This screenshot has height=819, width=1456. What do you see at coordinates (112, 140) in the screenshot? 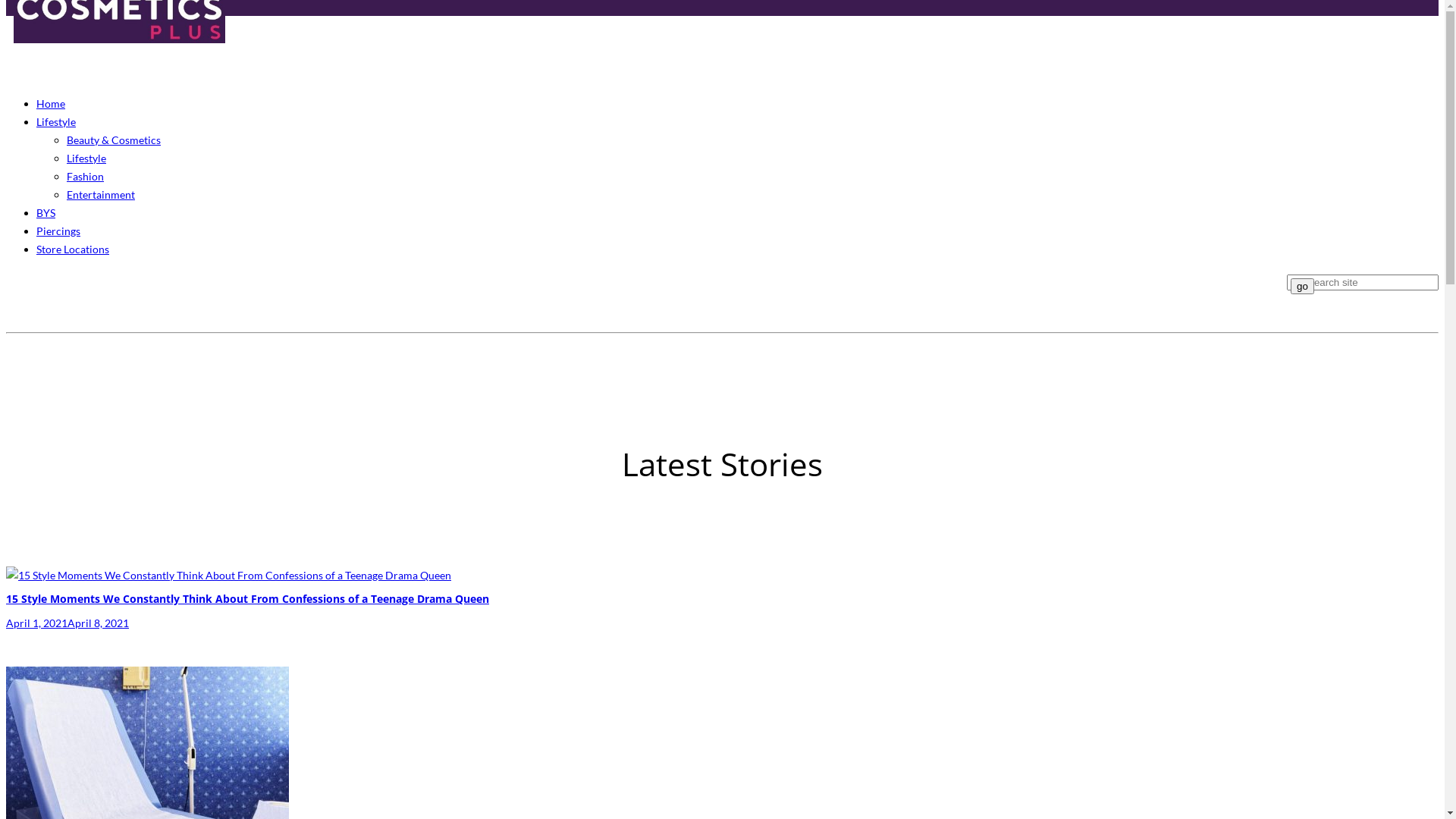
I see `'Beauty & Cosmetics'` at bounding box center [112, 140].